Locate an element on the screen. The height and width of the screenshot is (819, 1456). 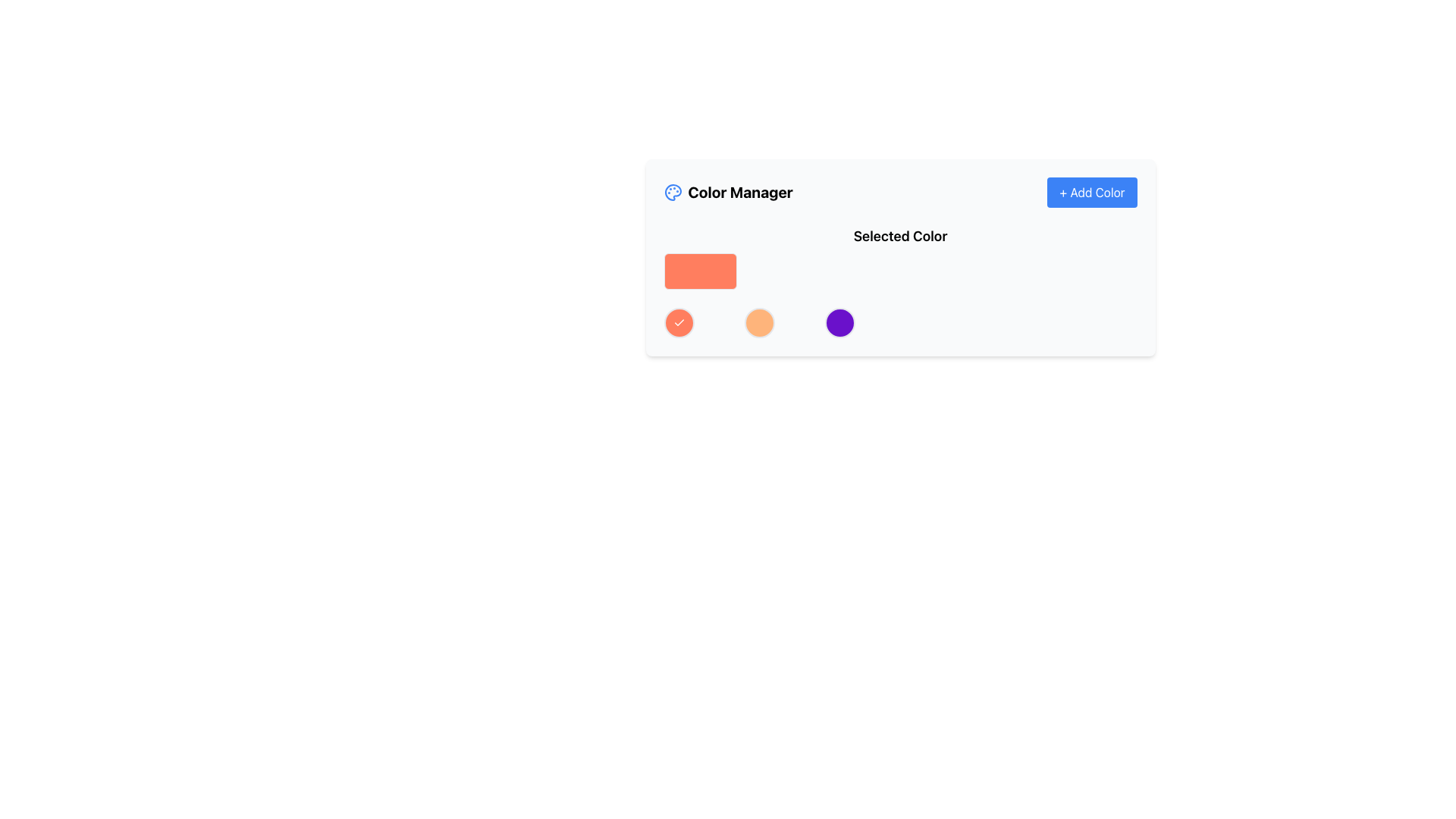
the 'Selected Color' label, which is displayed in large, bold font above the color preview box, to potentially view tooltips is located at coordinates (900, 237).